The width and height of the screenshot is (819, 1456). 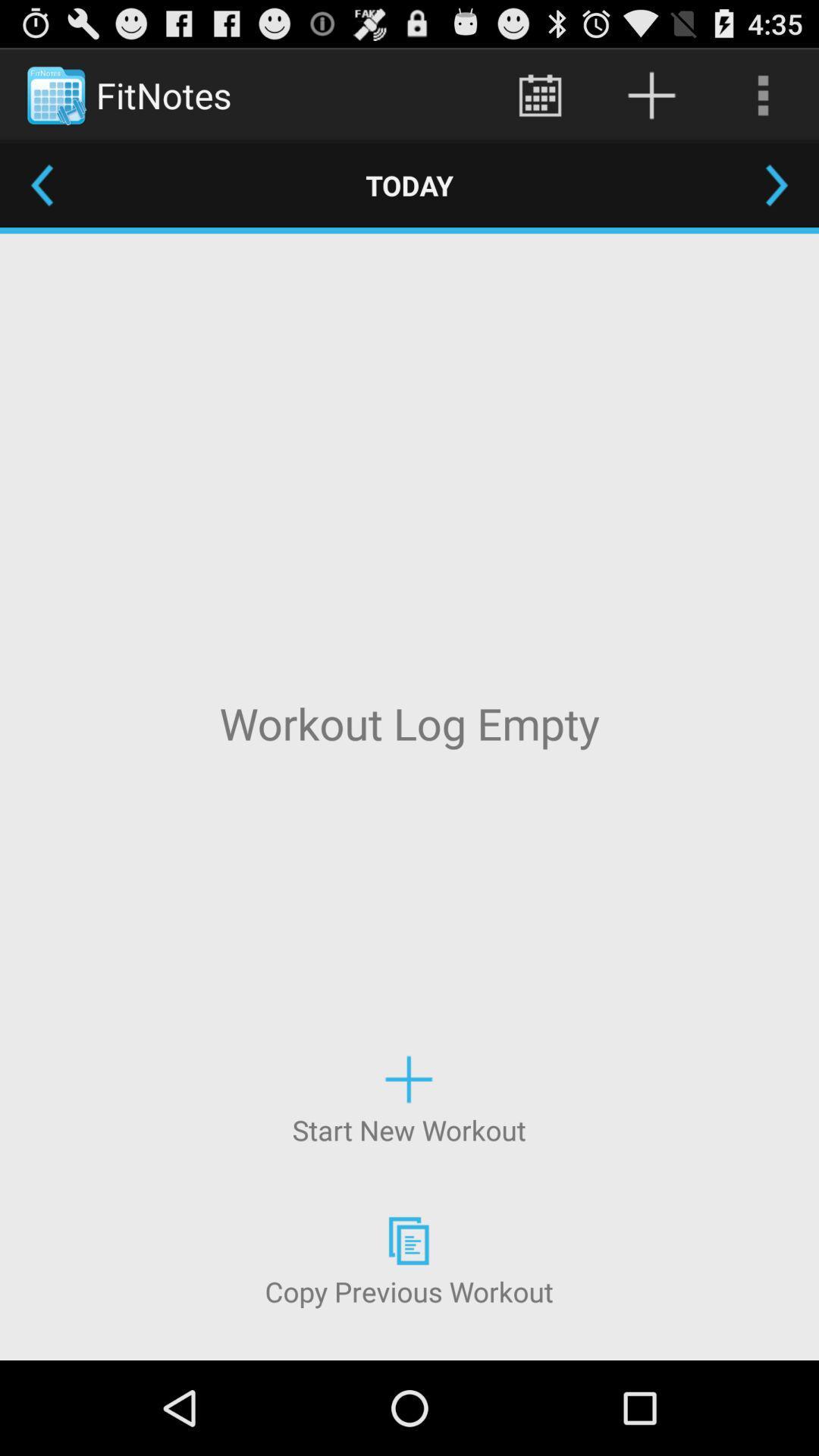 I want to click on icon below the workout log empty icon, so click(x=408, y=1098).